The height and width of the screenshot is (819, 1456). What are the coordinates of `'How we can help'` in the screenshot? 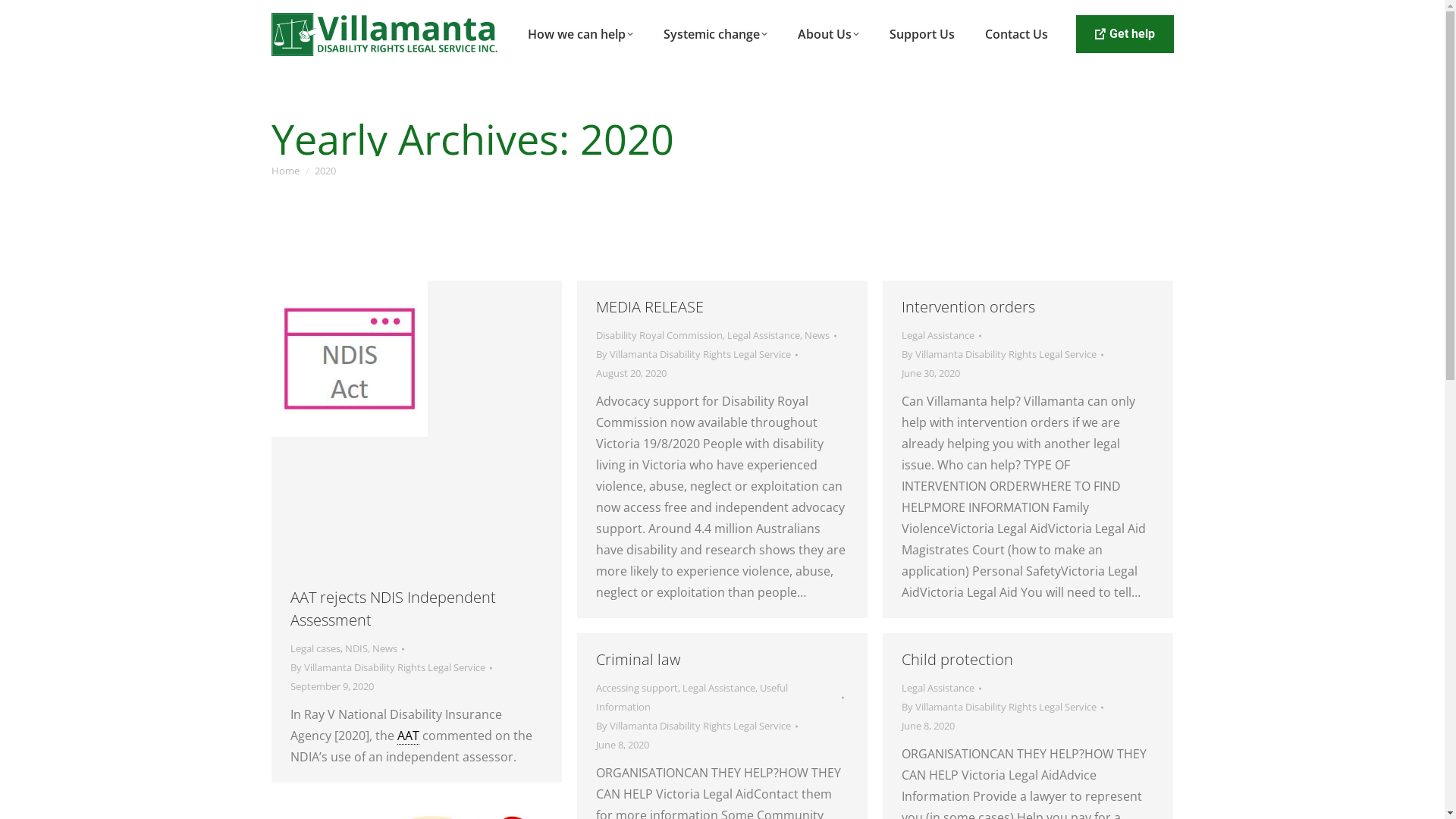 It's located at (579, 34).